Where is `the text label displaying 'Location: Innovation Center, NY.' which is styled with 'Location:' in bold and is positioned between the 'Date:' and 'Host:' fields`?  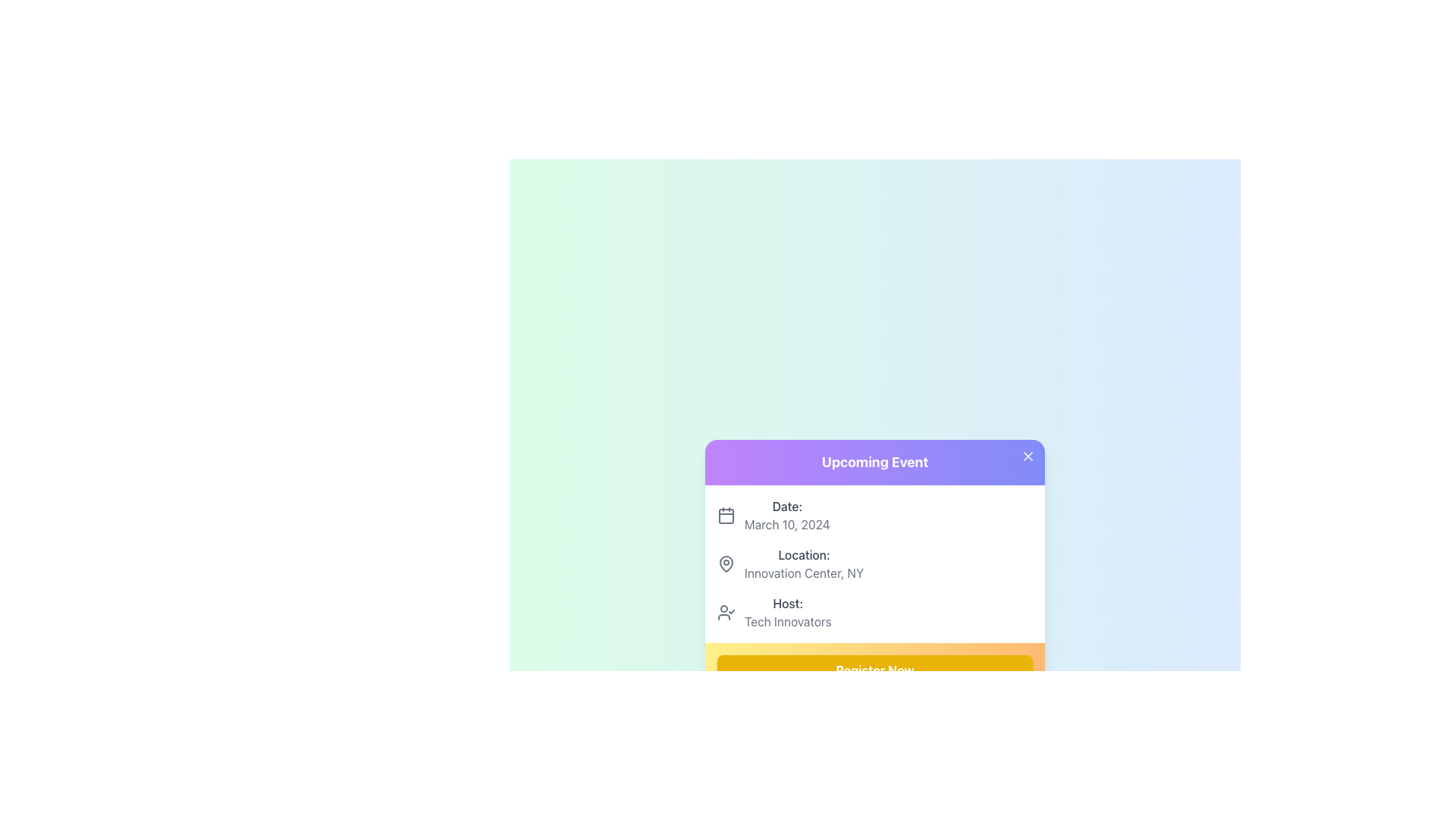
the text label displaying 'Location: Innovation Center, NY.' which is styled with 'Location:' in bold and is positioned between the 'Date:' and 'Host:' fields is located at coordinates (803, 564).